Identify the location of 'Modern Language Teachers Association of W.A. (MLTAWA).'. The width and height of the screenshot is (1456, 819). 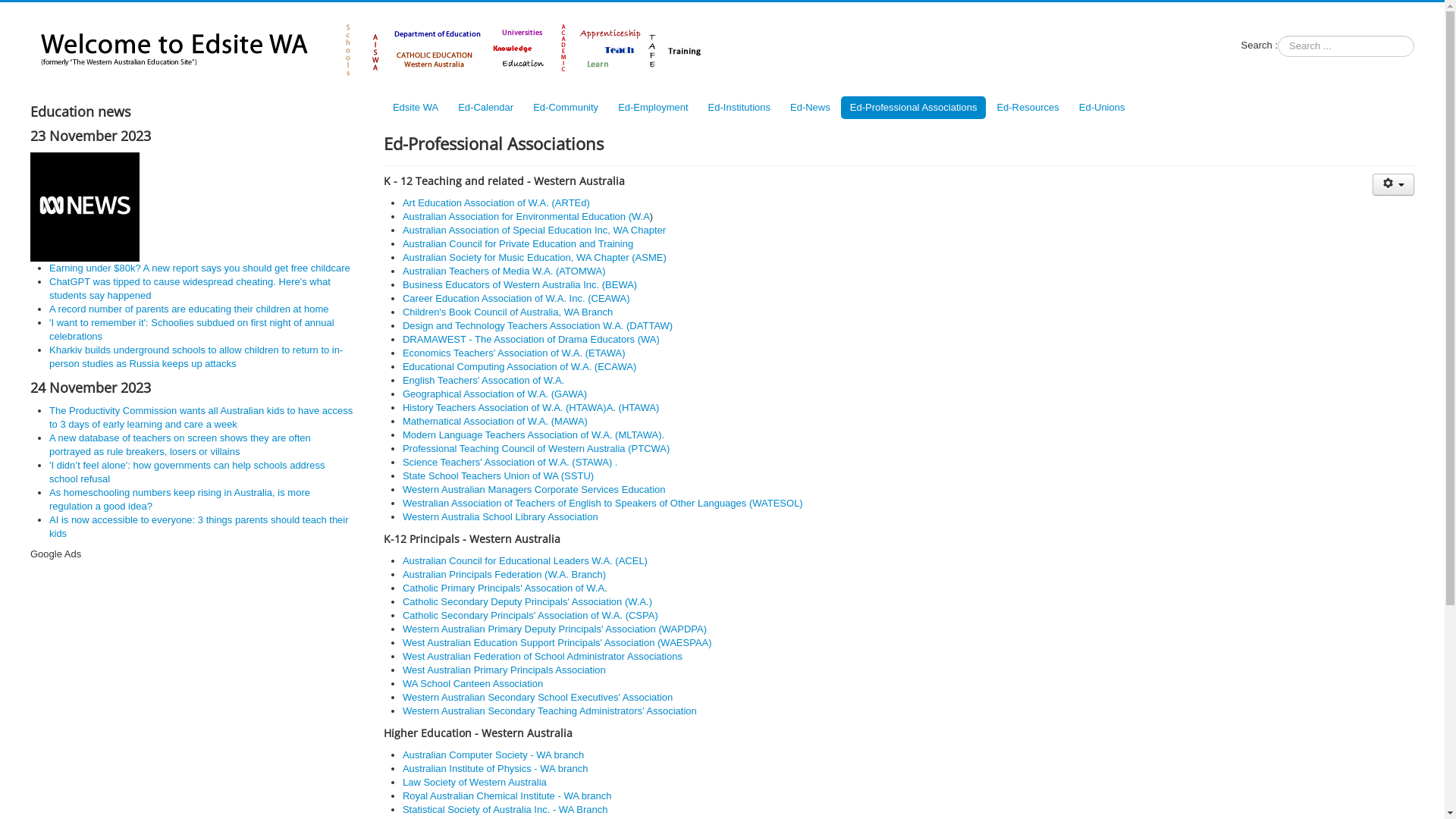
(533, 435).